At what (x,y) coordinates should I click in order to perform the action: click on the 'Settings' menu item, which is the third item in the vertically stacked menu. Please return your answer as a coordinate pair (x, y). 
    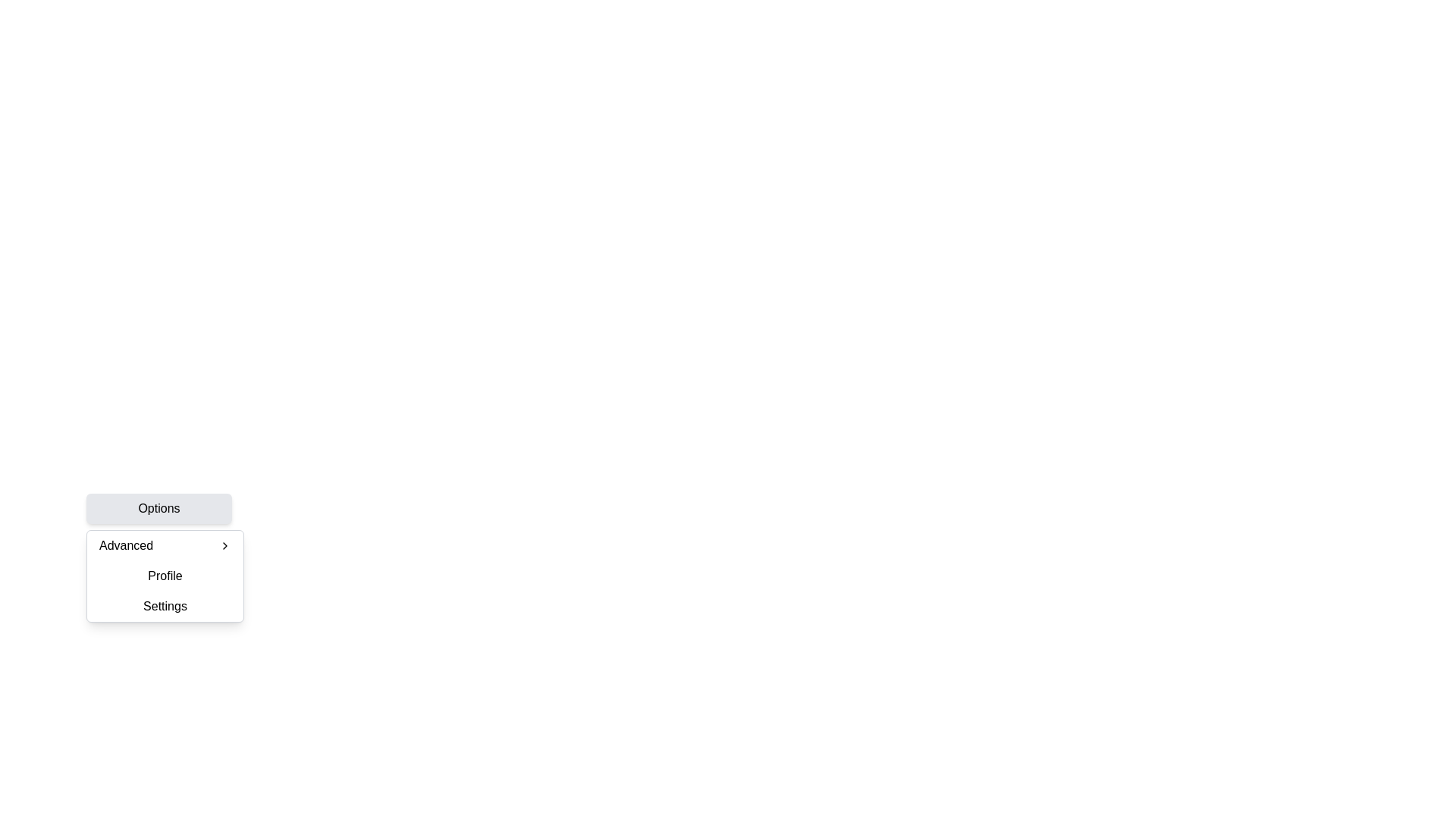
    Looking at the image, I should click on (165, 605).